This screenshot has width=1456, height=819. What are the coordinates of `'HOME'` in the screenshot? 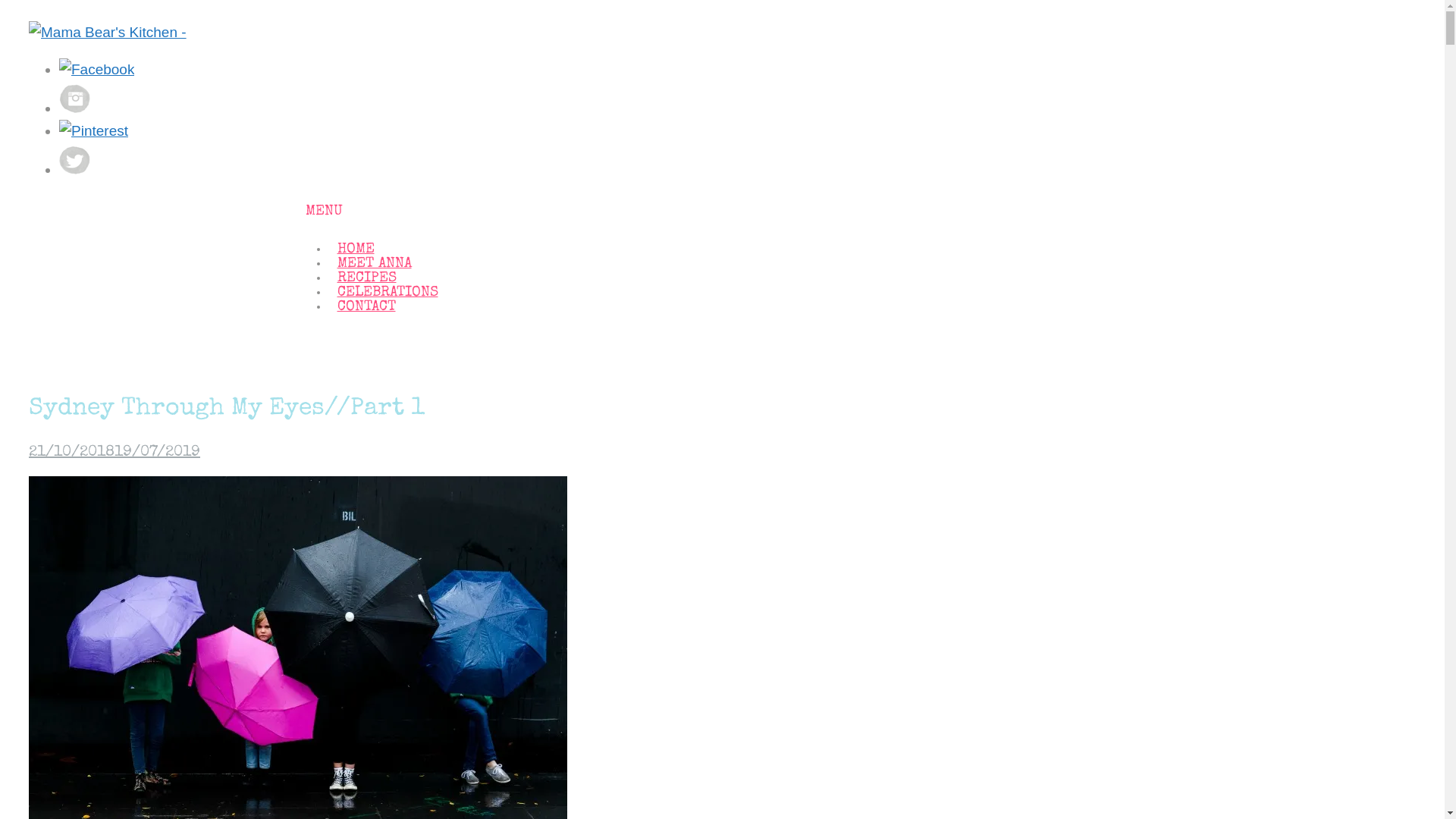 It's located at (354, 249).